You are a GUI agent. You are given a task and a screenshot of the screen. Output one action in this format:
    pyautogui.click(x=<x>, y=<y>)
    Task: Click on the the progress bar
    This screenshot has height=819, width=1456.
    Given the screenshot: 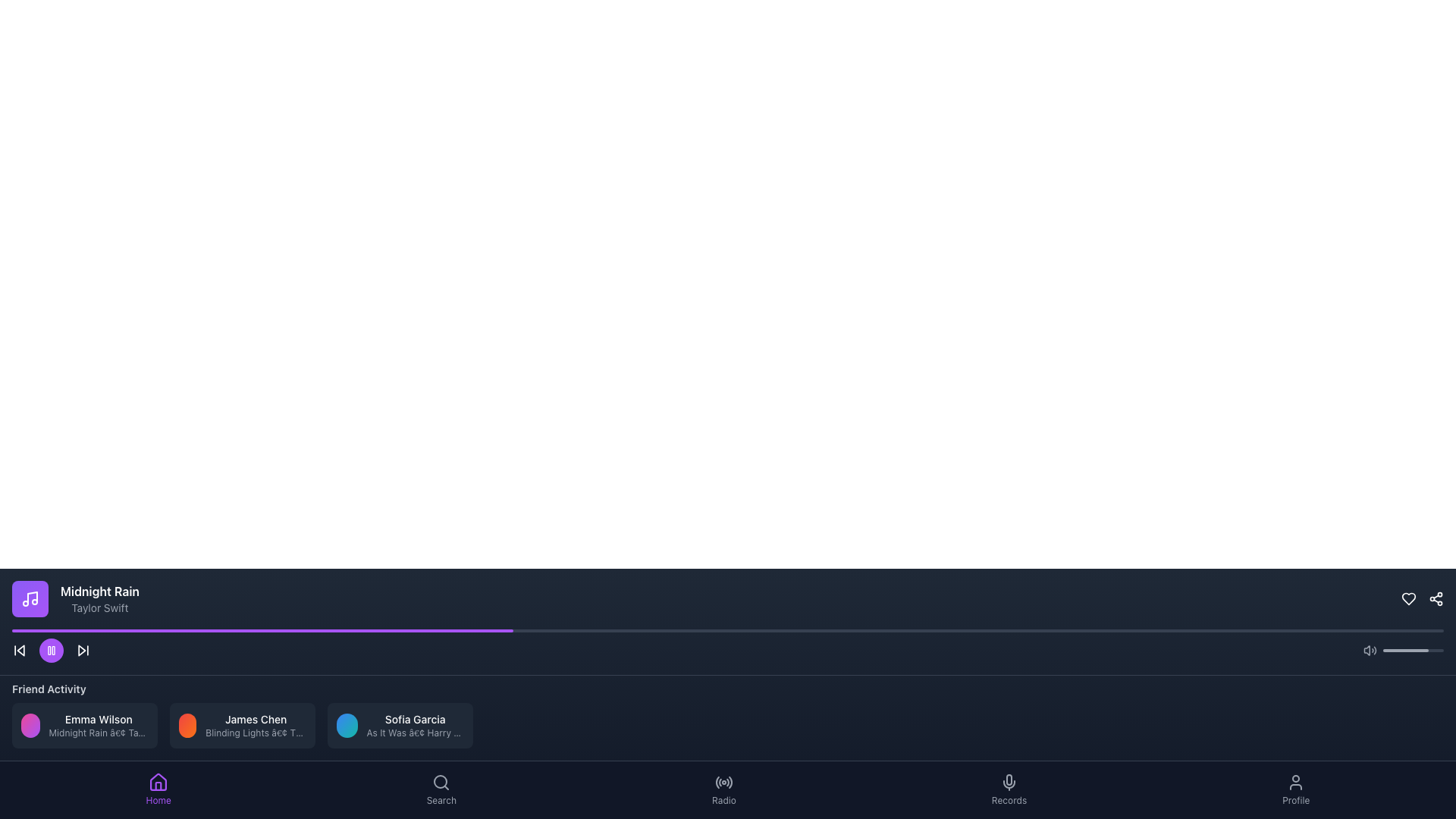 What is the action you would take?
    pyautogui.click(x=670, y=631)
    